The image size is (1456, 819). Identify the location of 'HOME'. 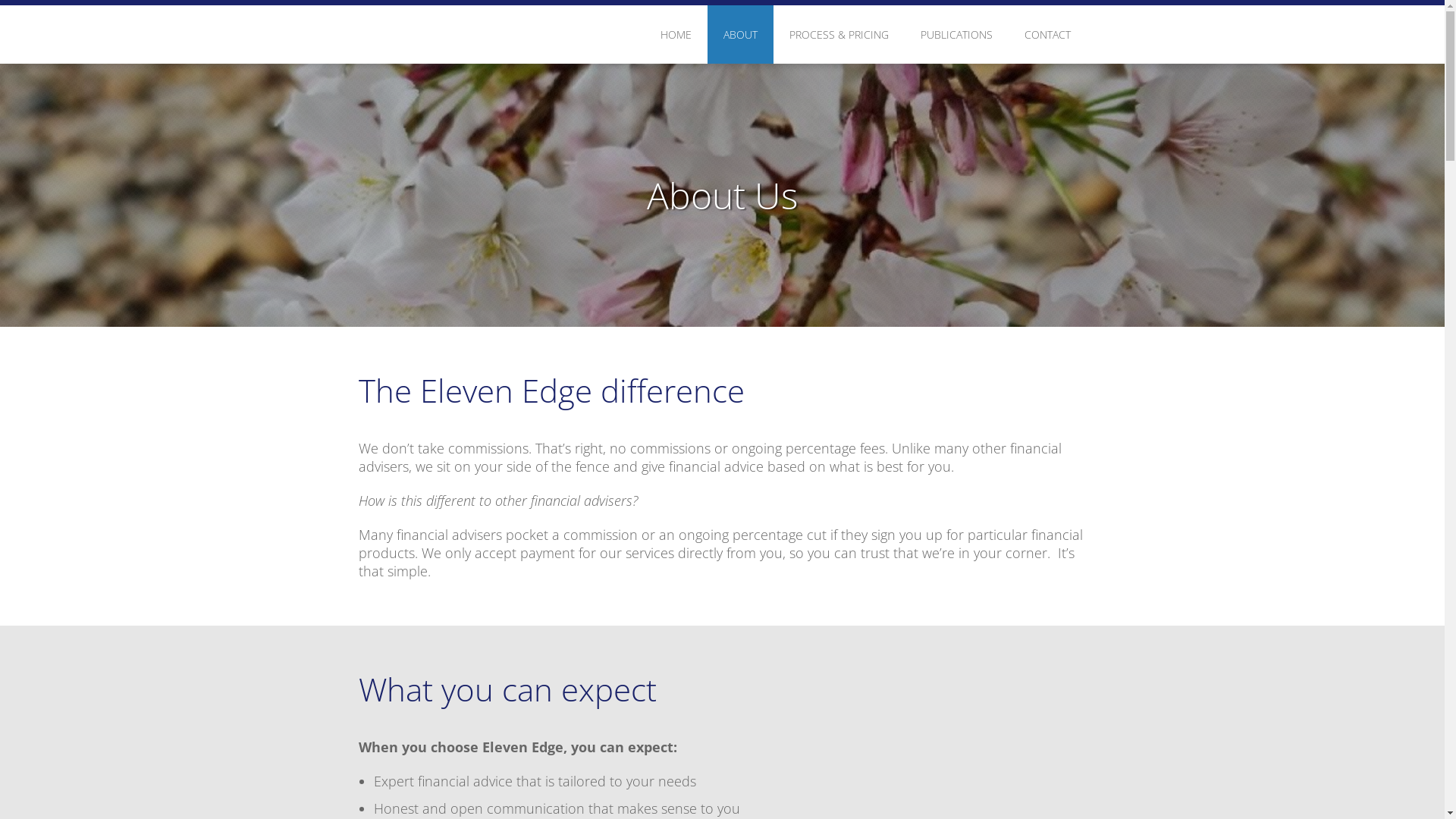
(675, 34).